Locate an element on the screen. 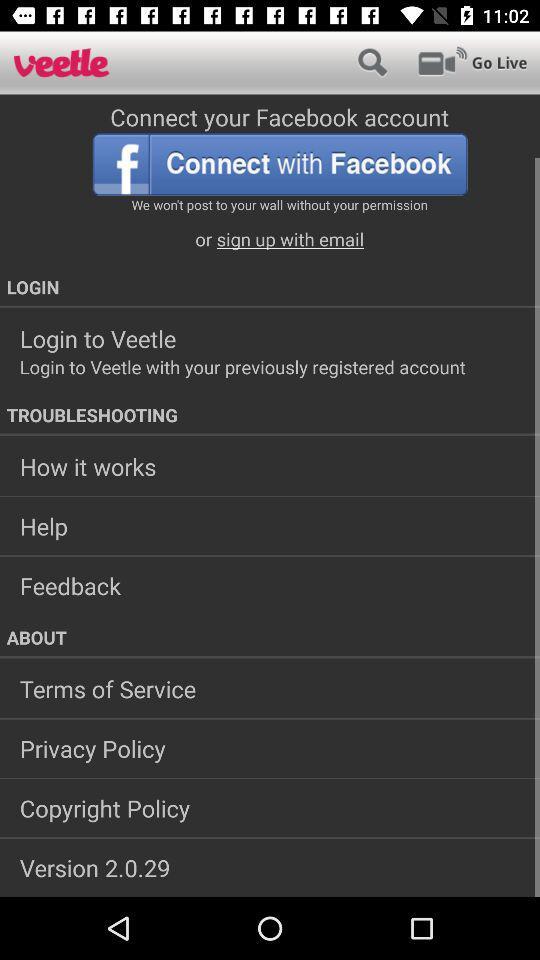  open home page is located at coordinates (61, 62).